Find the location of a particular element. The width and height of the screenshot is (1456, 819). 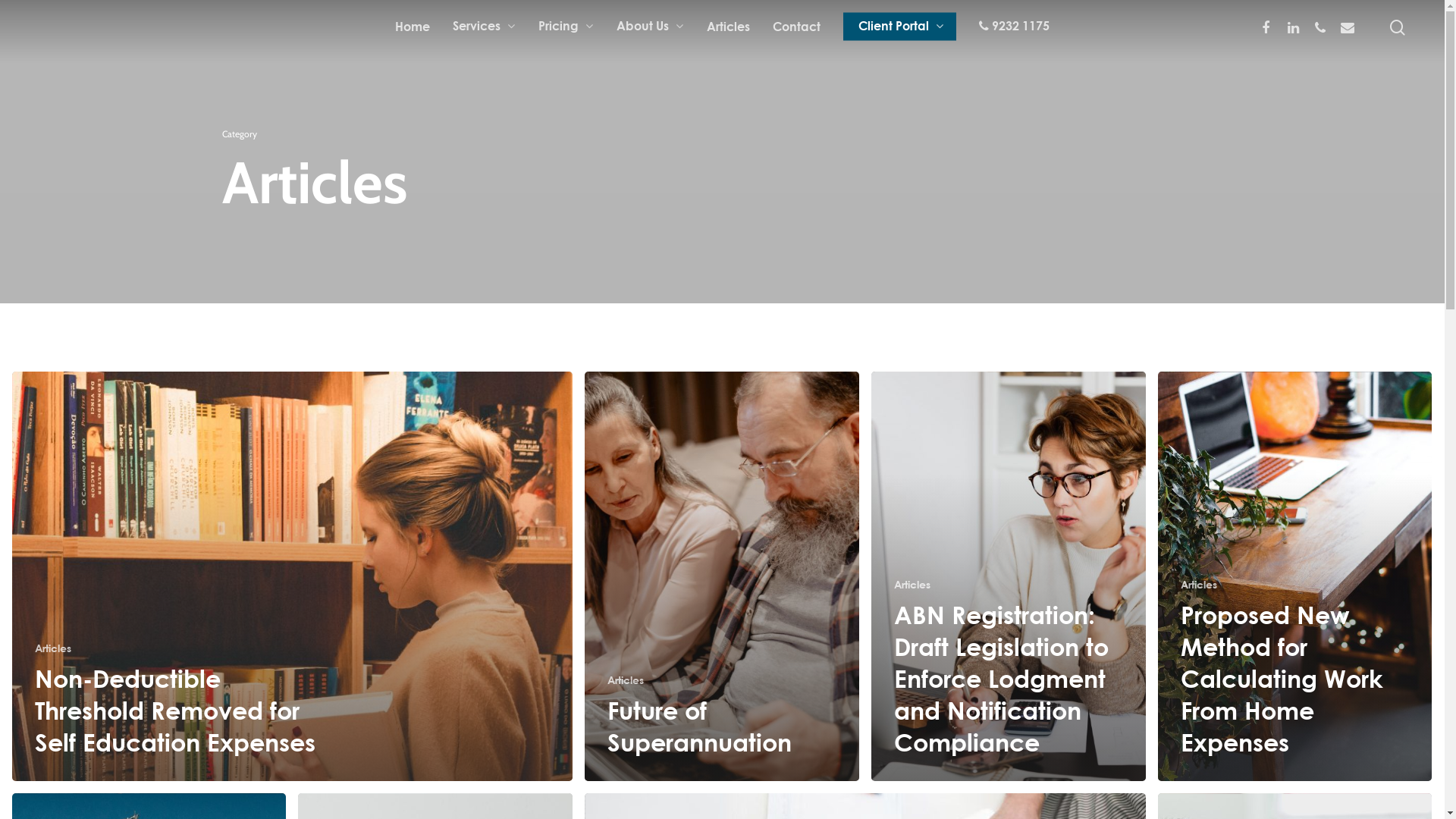

'Services' is located at coordinates (483, 26).